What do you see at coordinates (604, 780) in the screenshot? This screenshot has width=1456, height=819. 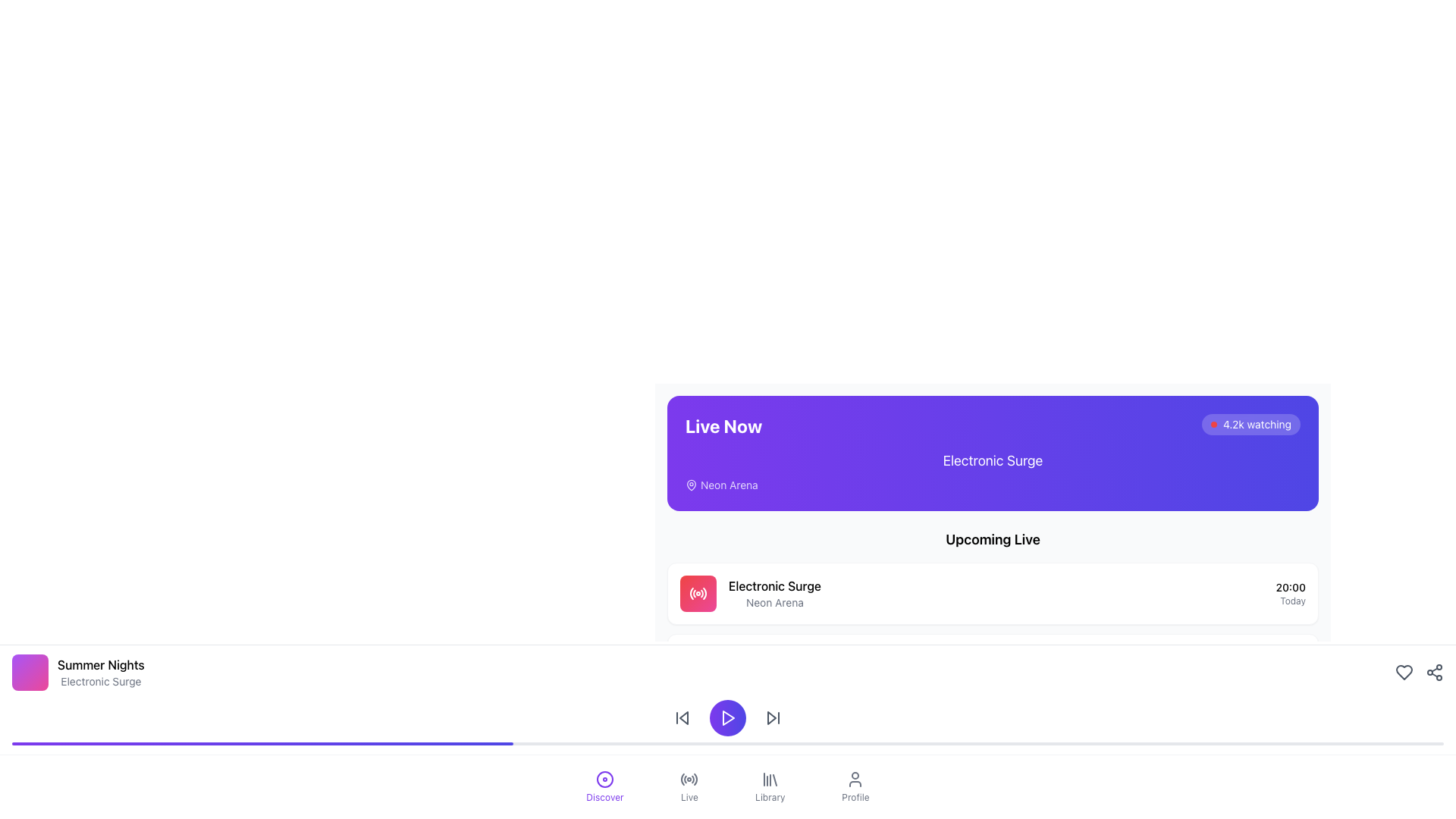 I see `the circular graphic shape that is part of the 'Discover' icon in the bottom navigation bar` at bounding box center [604, 780].